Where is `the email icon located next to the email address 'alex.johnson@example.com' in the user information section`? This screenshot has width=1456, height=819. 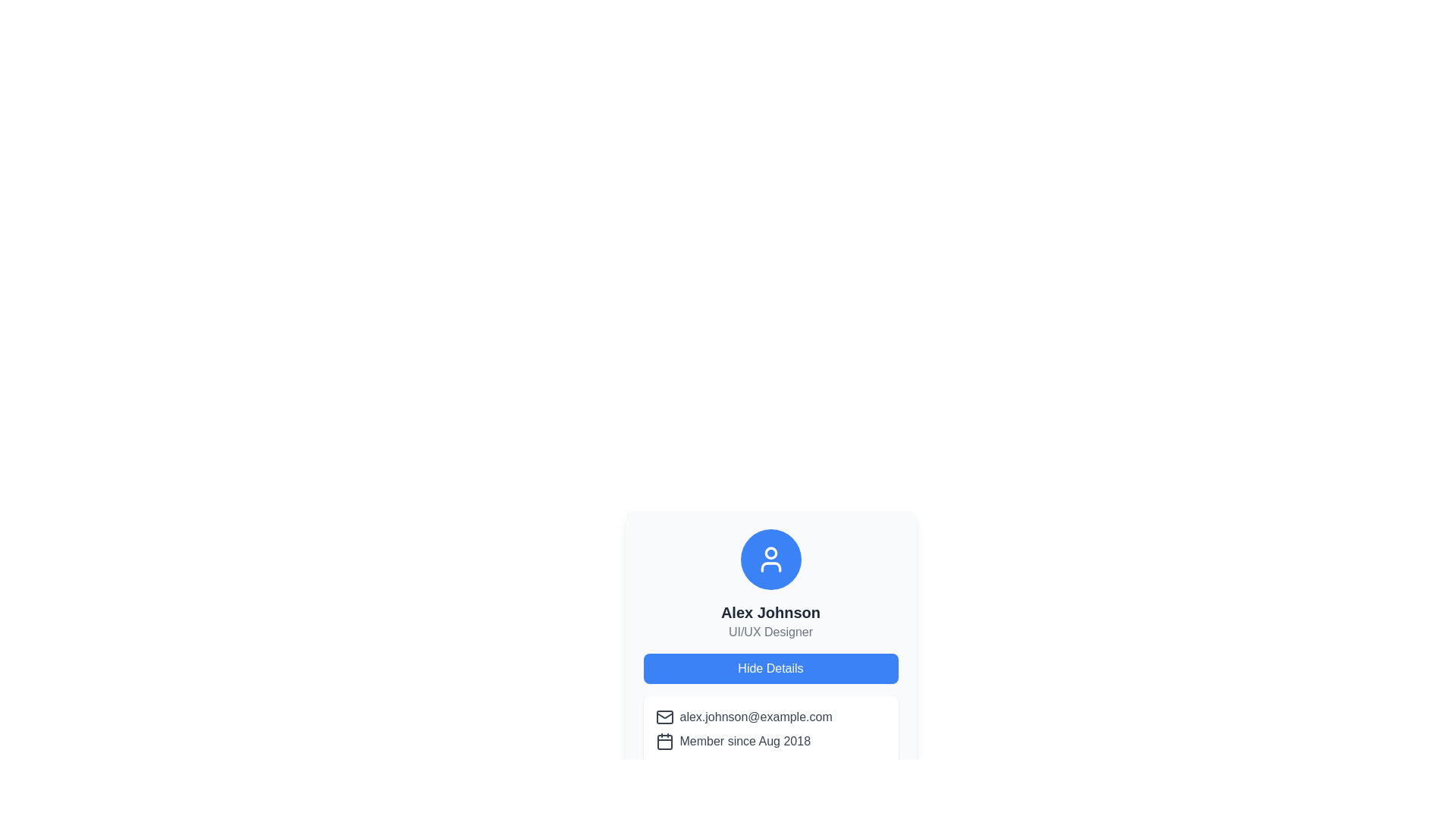
the email icon located next to the email address 'alex.johnson@example.com' in the user information section is located at coordinates (664, 717).